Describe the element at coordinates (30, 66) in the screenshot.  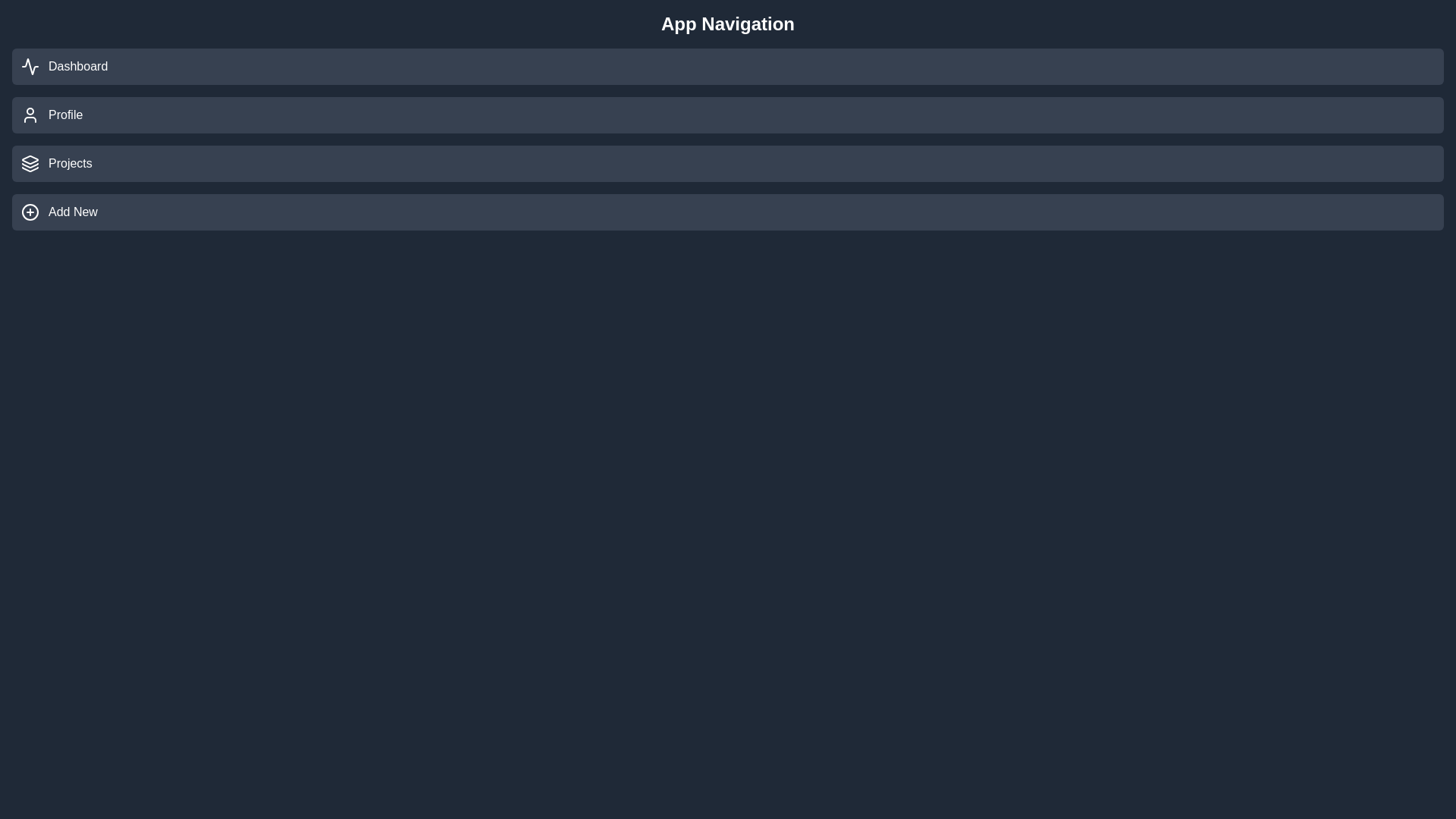
I see `the waveform activity signal icon located to the left of the 'Dashboard' text` at that location.